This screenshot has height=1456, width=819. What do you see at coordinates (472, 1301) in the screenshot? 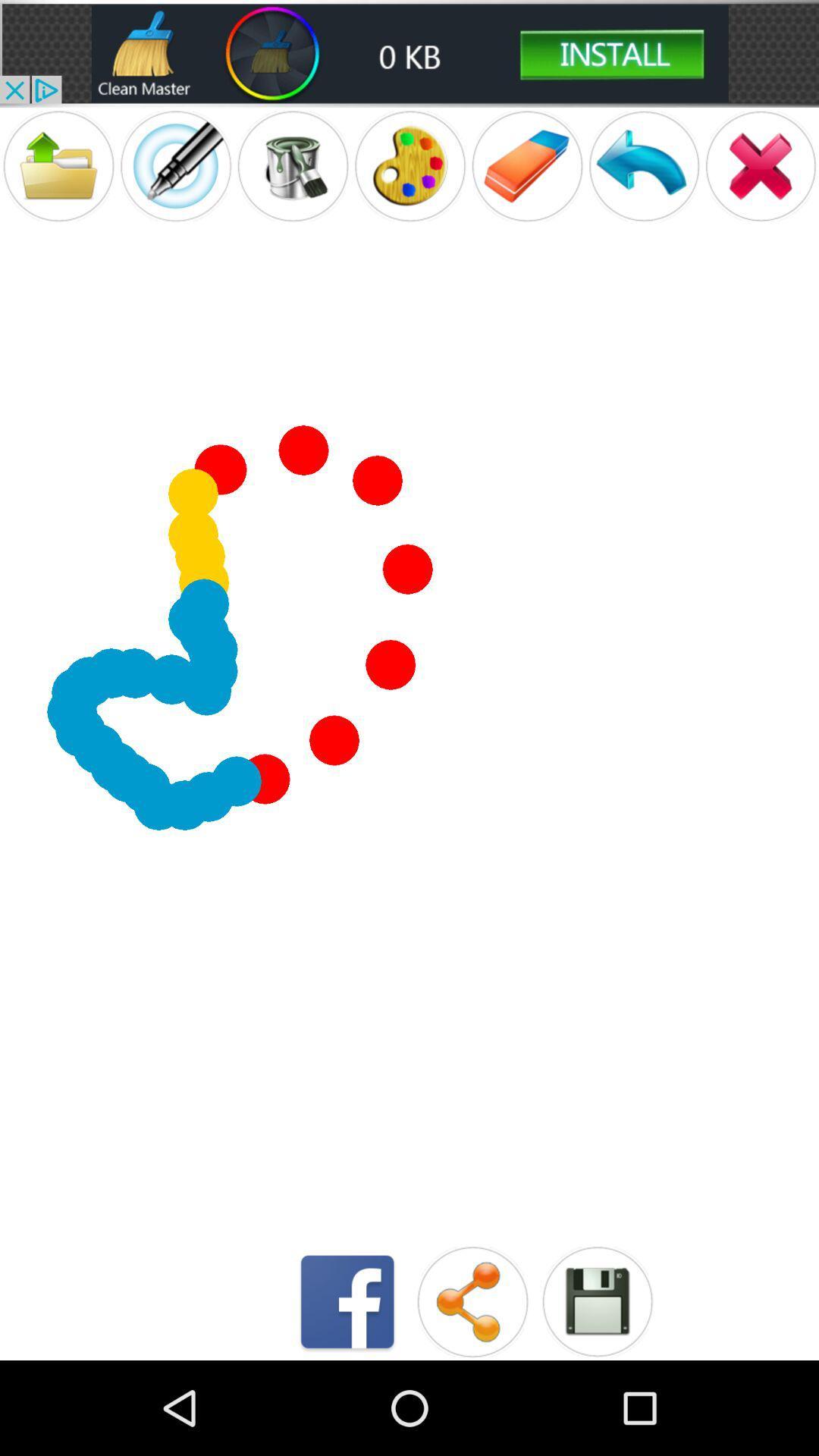
I see `check share option` at bounding box center [472, 1301].